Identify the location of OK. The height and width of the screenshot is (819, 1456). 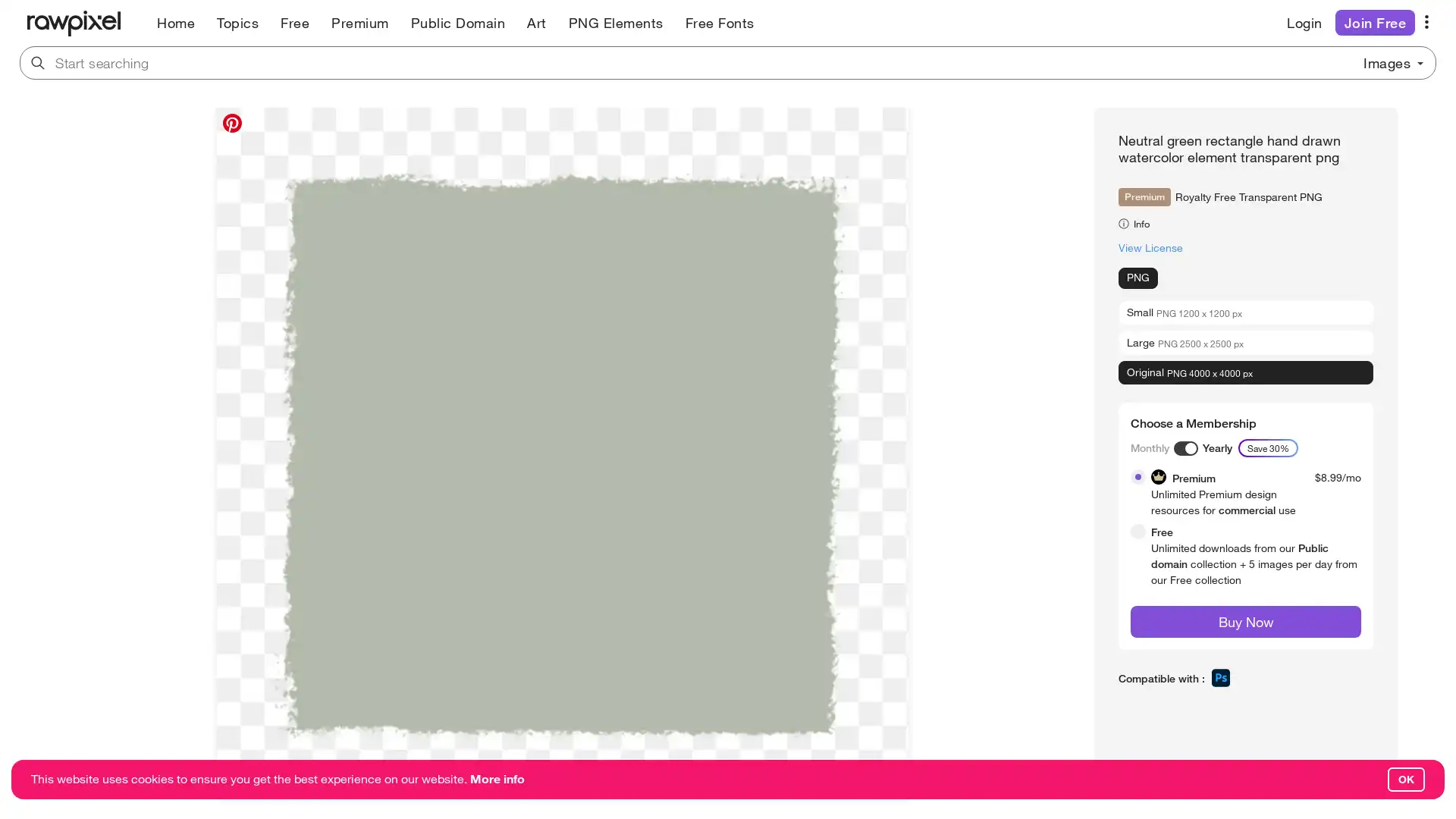
(1405, 780).